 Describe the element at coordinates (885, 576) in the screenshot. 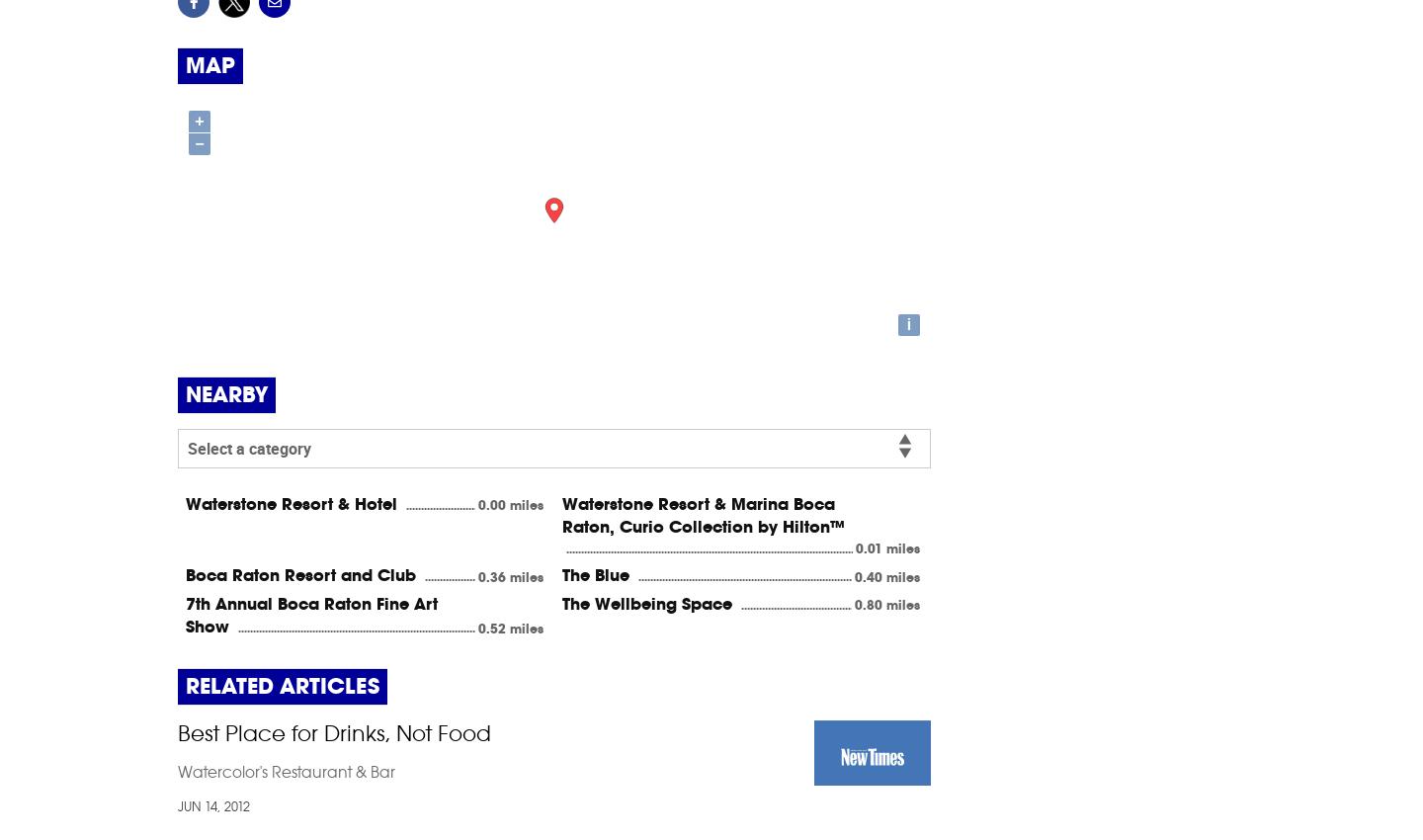

I see `'0.40 miles'` at that location.